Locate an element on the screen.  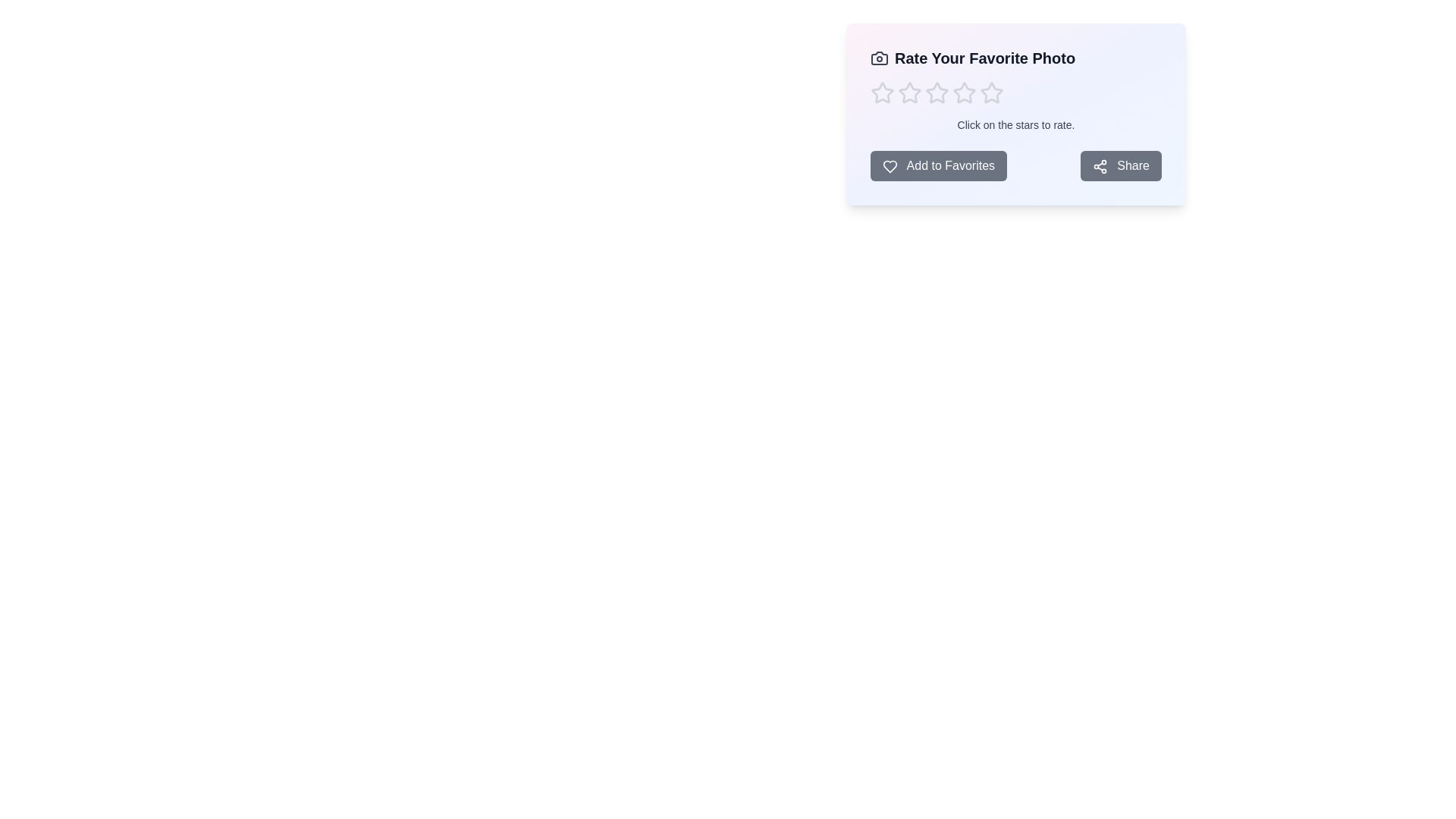
the first hollow star icon with a light grayish outline is located at coordinates (909, 93).